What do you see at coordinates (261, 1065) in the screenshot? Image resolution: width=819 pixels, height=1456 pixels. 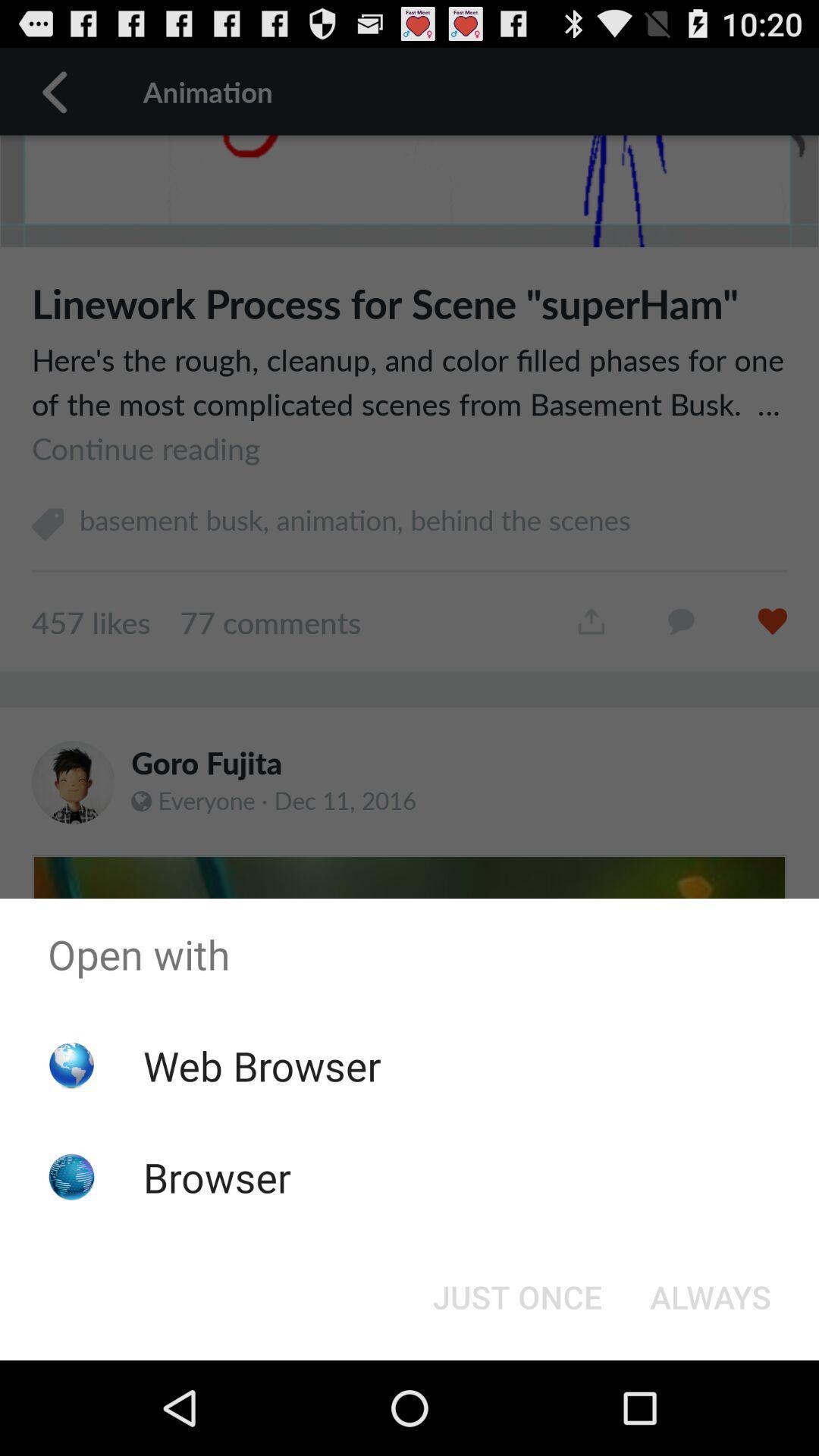 I see `item below the open with item` at bounding box center [261, 1065].